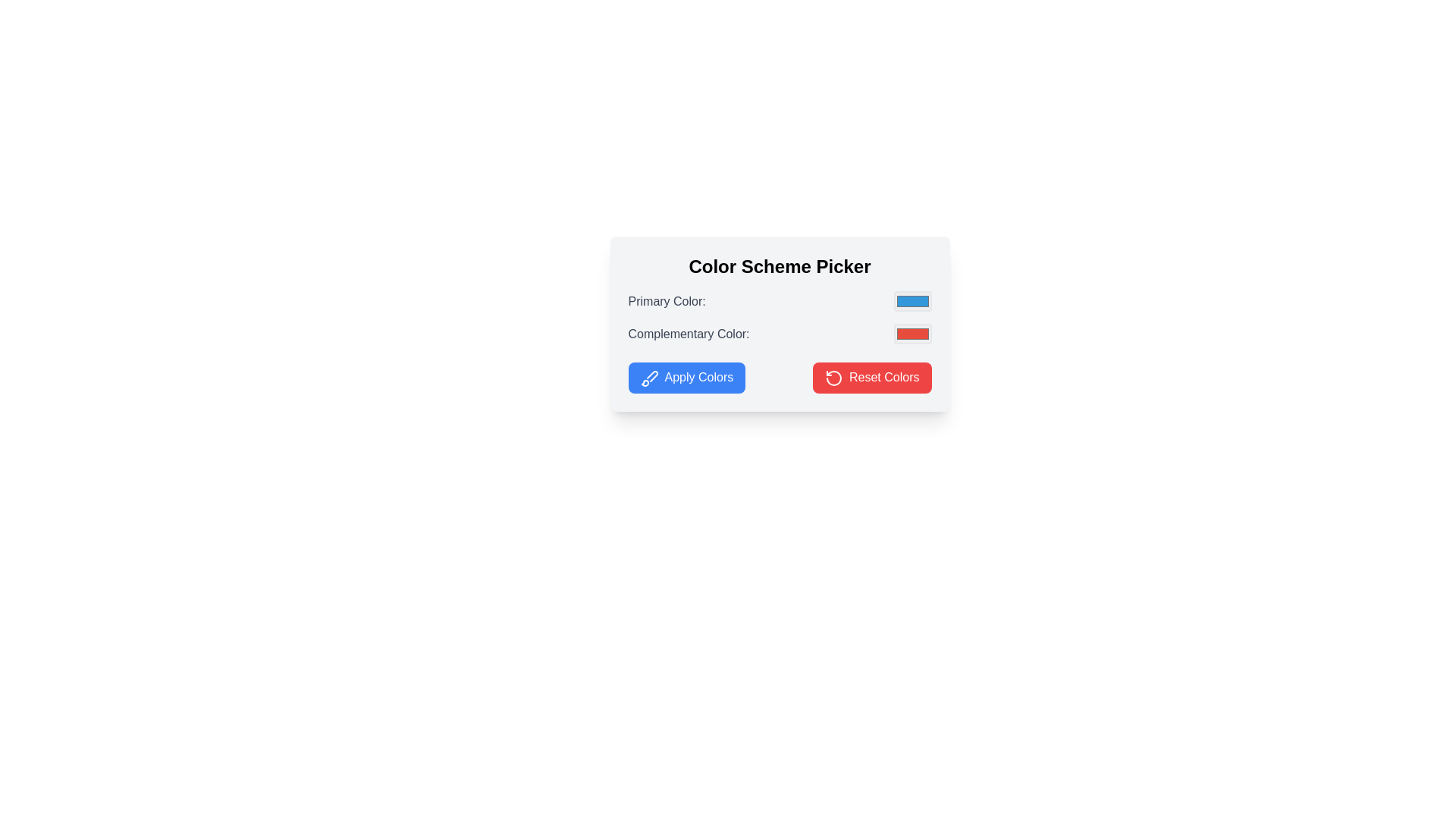  What do you see at coordinates (667, 301) in the screenshot?
I see `the 'Primary Color:' label, which is styled in gray font and located in the upper portion of the 'Color Scheme Picker' UI card` at bounding box center [667, 301].